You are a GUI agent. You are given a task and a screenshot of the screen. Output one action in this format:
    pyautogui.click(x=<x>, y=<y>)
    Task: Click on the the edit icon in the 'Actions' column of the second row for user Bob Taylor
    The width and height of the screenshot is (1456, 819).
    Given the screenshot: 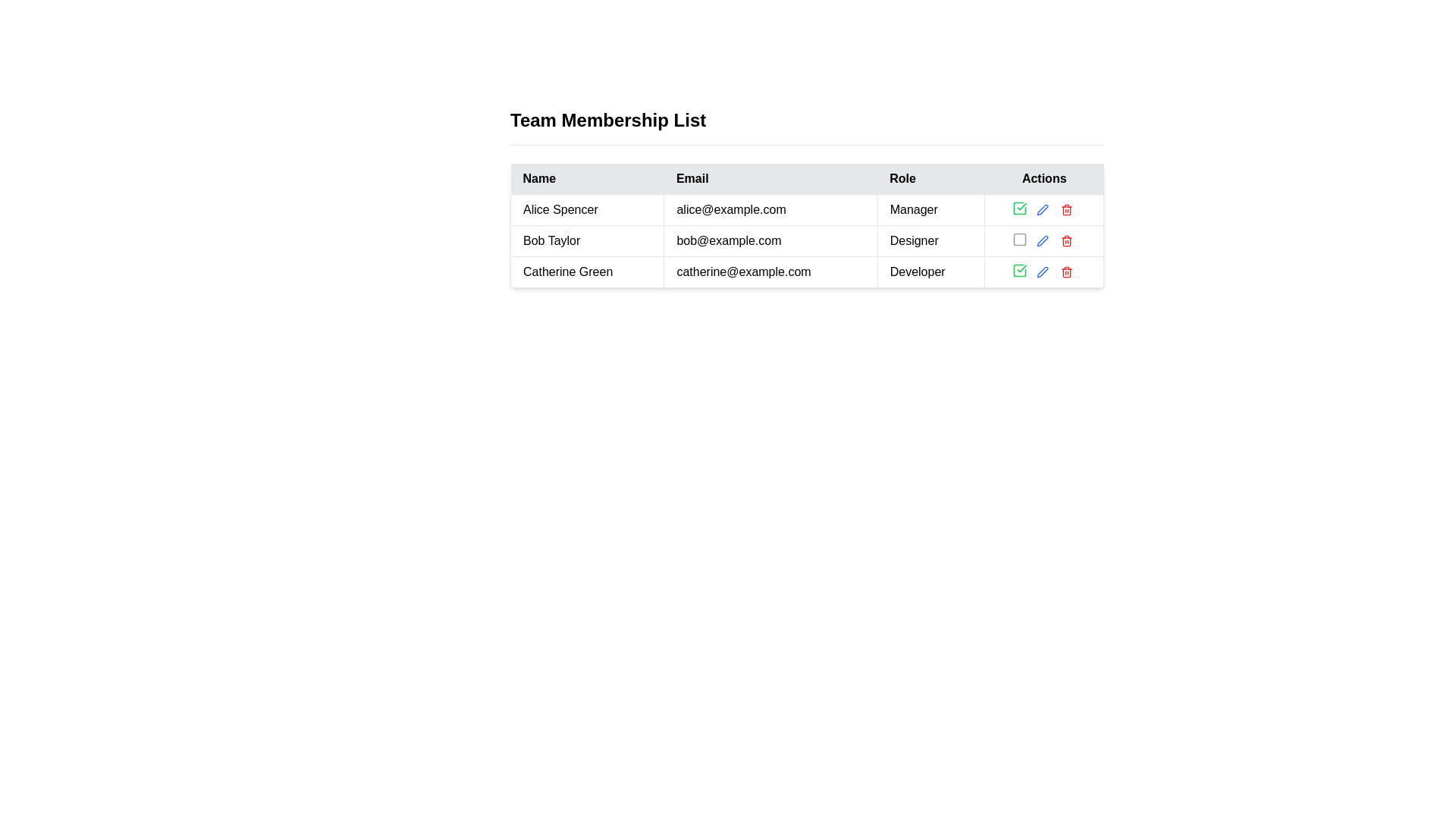 What is the action you would take?
    pyautogui.click(x=1041, y=240)
    